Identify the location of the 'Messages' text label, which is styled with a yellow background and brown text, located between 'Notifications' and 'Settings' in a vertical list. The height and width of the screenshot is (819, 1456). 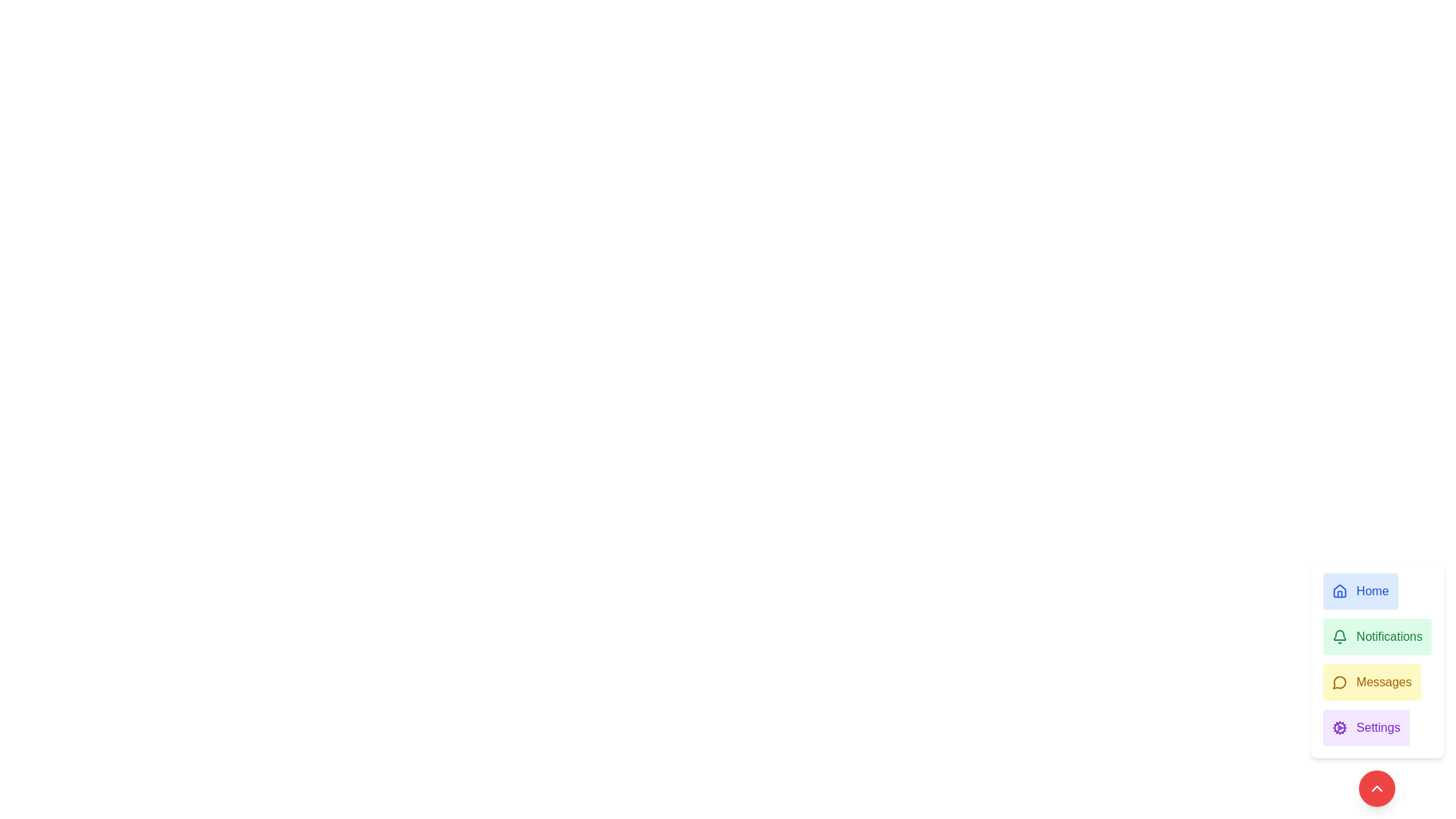
(1384, 681).